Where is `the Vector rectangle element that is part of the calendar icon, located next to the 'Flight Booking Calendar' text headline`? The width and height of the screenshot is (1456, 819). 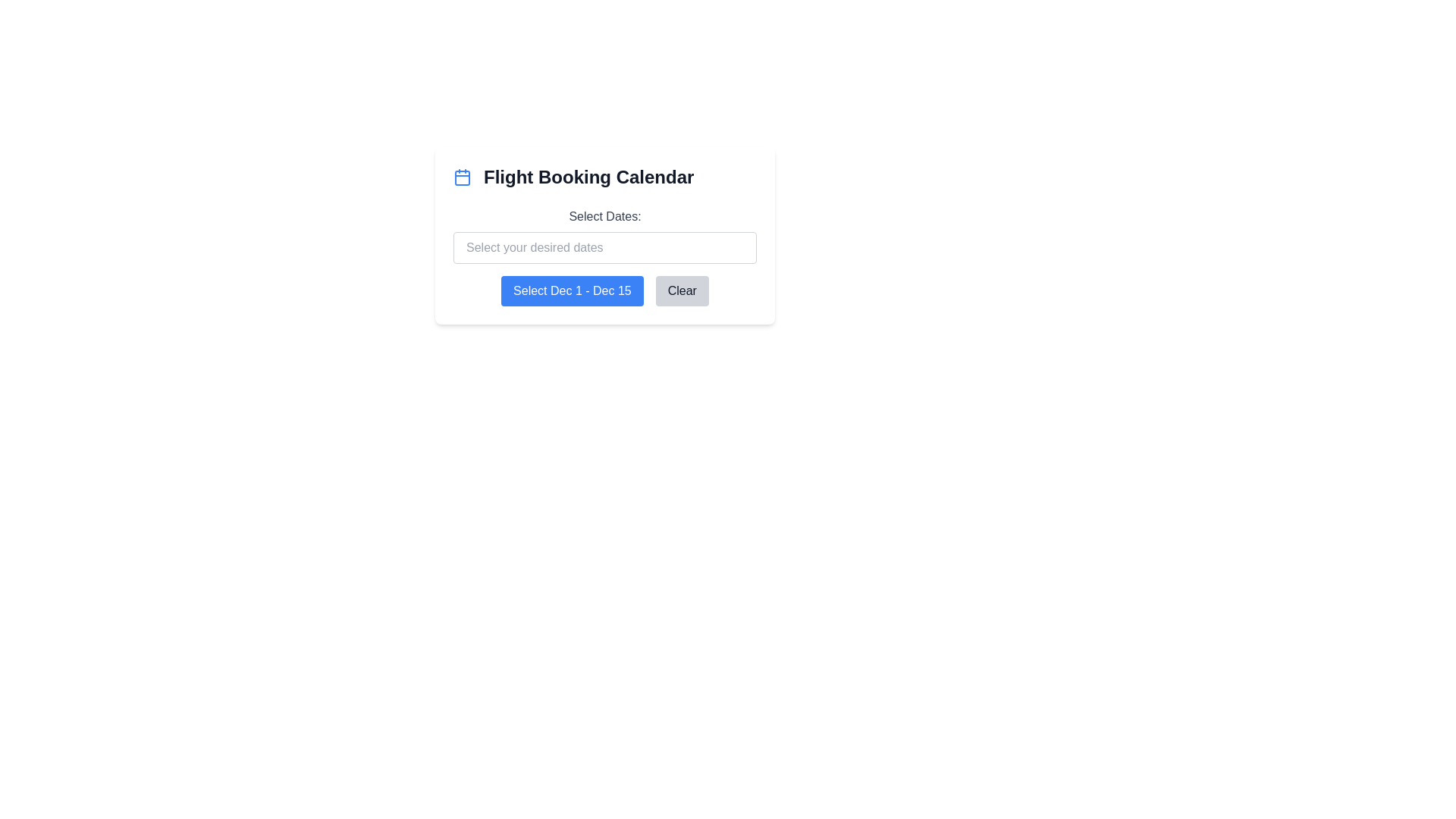 the Vector rectangle element that is part of the calendar icon, located next to the 'Flight Booking Calendar' text headline is located at coordinates (461, 177).